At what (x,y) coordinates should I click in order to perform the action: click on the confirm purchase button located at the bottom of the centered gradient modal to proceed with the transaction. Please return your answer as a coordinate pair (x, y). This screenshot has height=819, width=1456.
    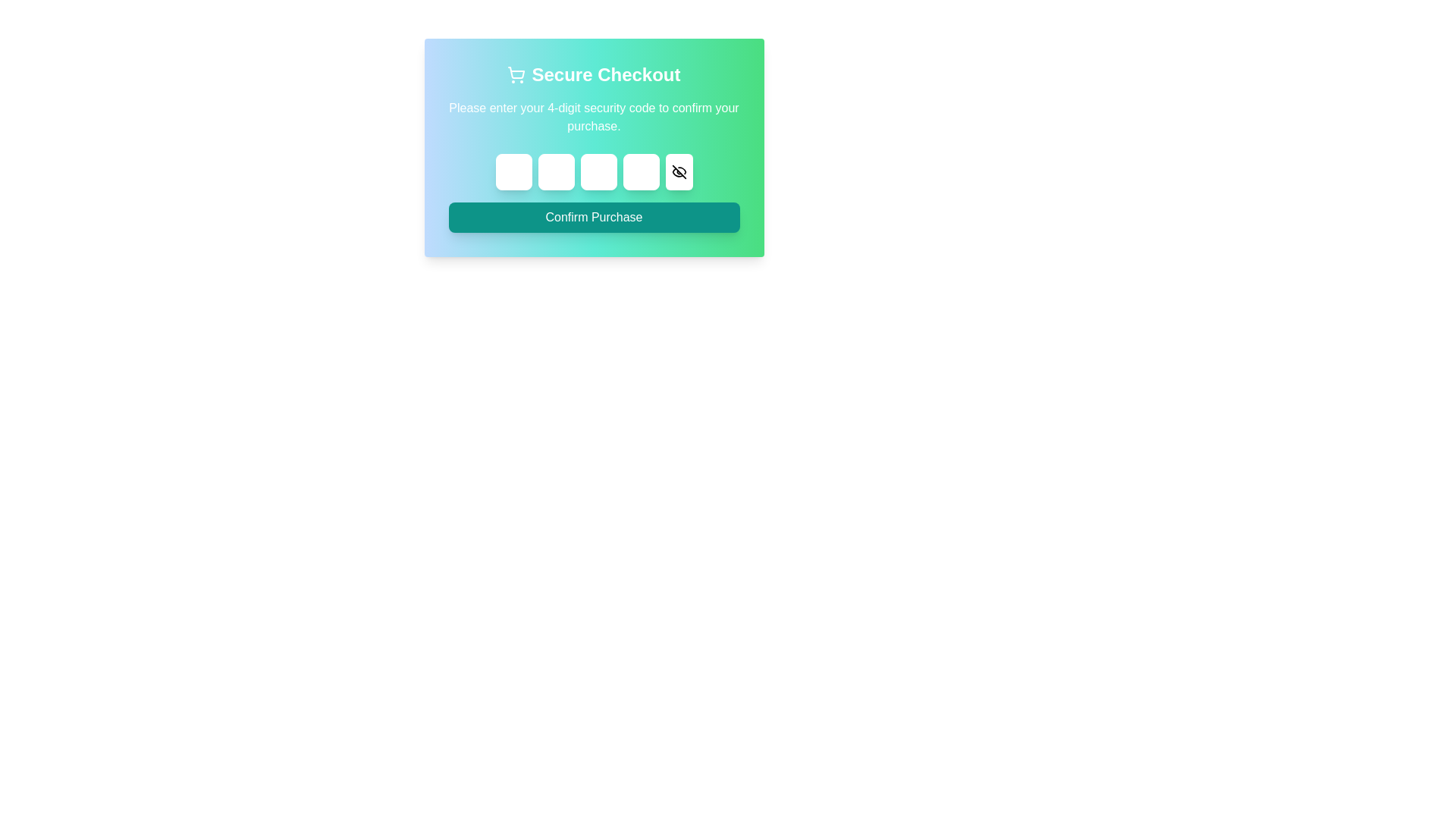
    Looking at the image, I should click on (593, 217).